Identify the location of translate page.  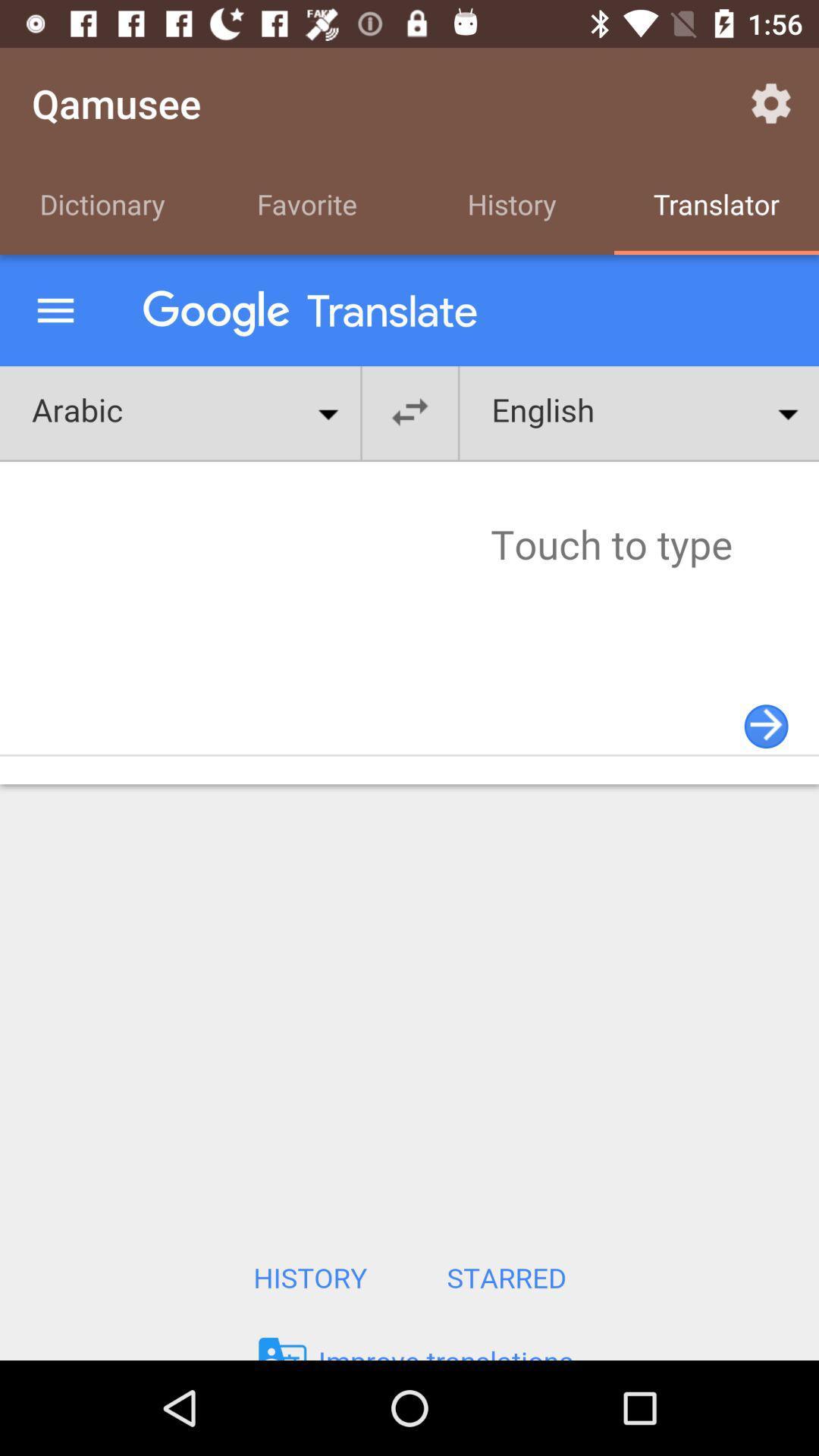
(409, 807).